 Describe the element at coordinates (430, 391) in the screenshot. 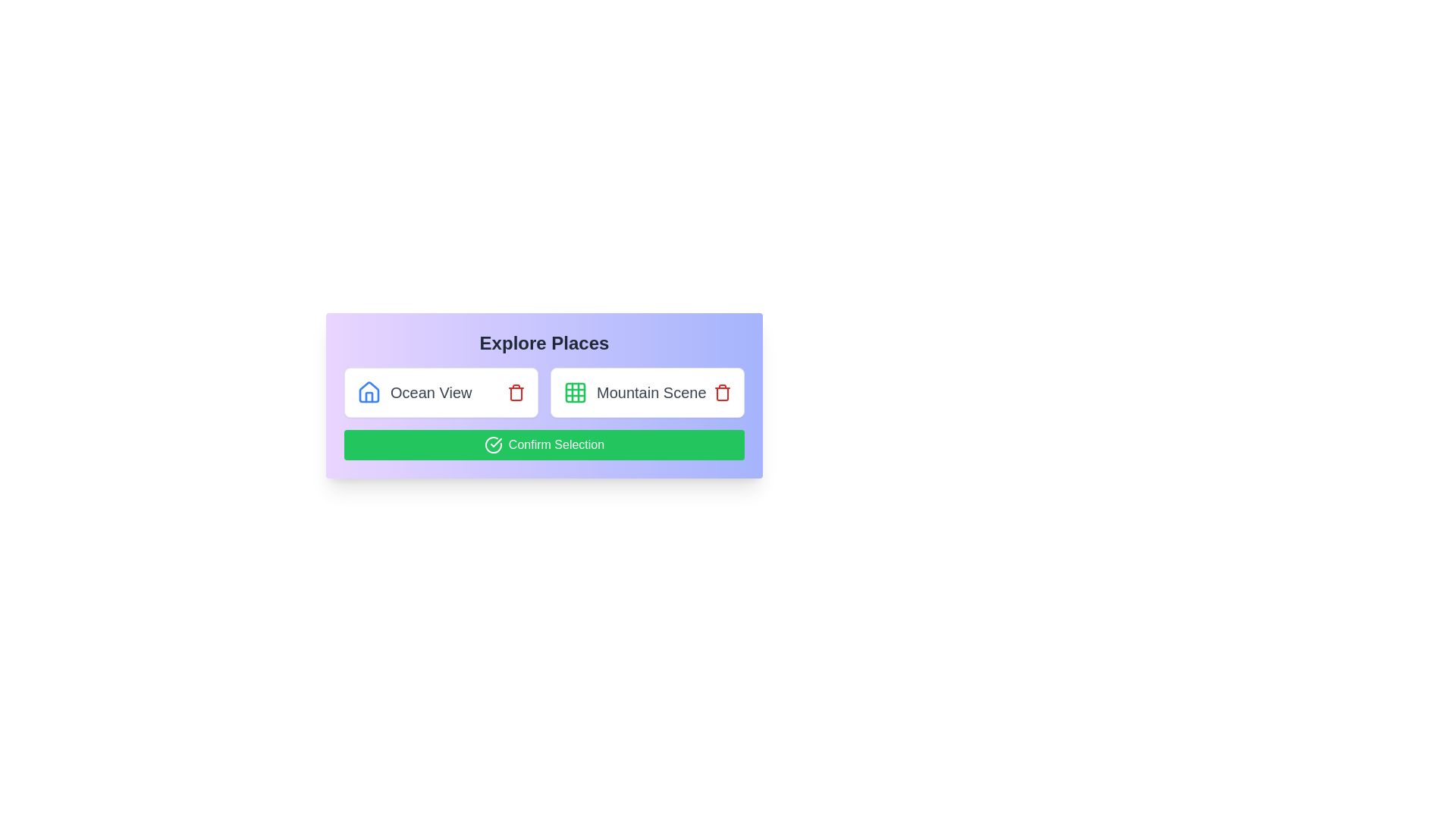

I see `the static text label that reads 'Ocean View', which is part of a large, bold text block and is positioned between an icon on the left and a red trash bin icon on the right` at that location.